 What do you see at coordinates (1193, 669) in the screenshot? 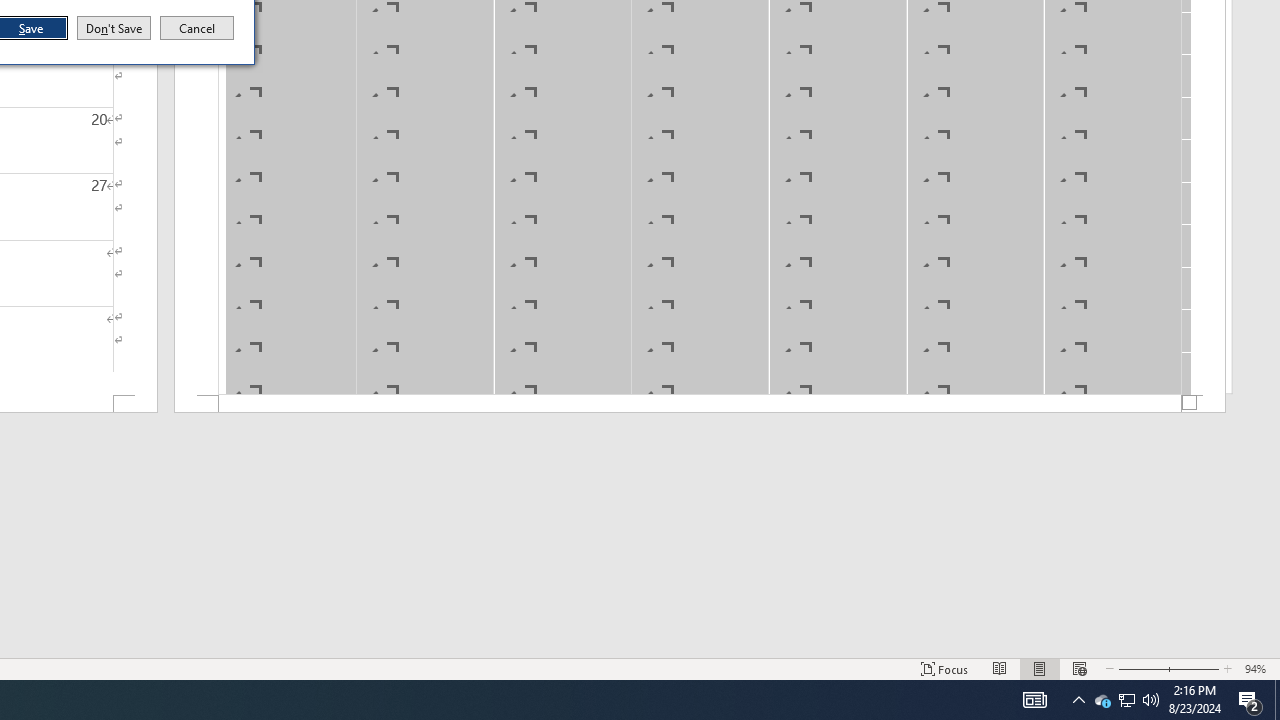
I see `'Zoom In'` at bounding box center [1193, 669].